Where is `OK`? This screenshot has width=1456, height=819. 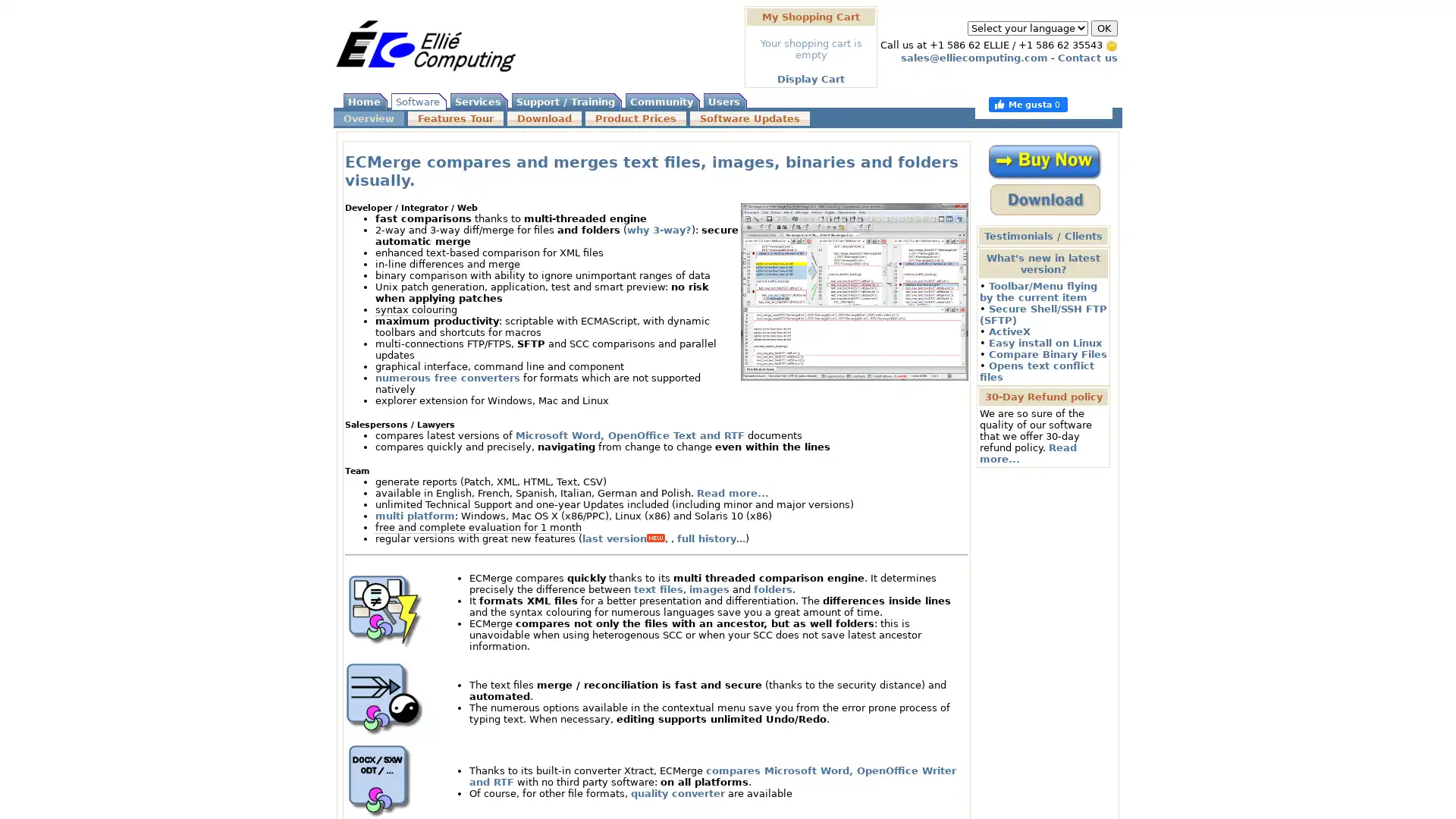 OK is located at coordinates (1104, 28).